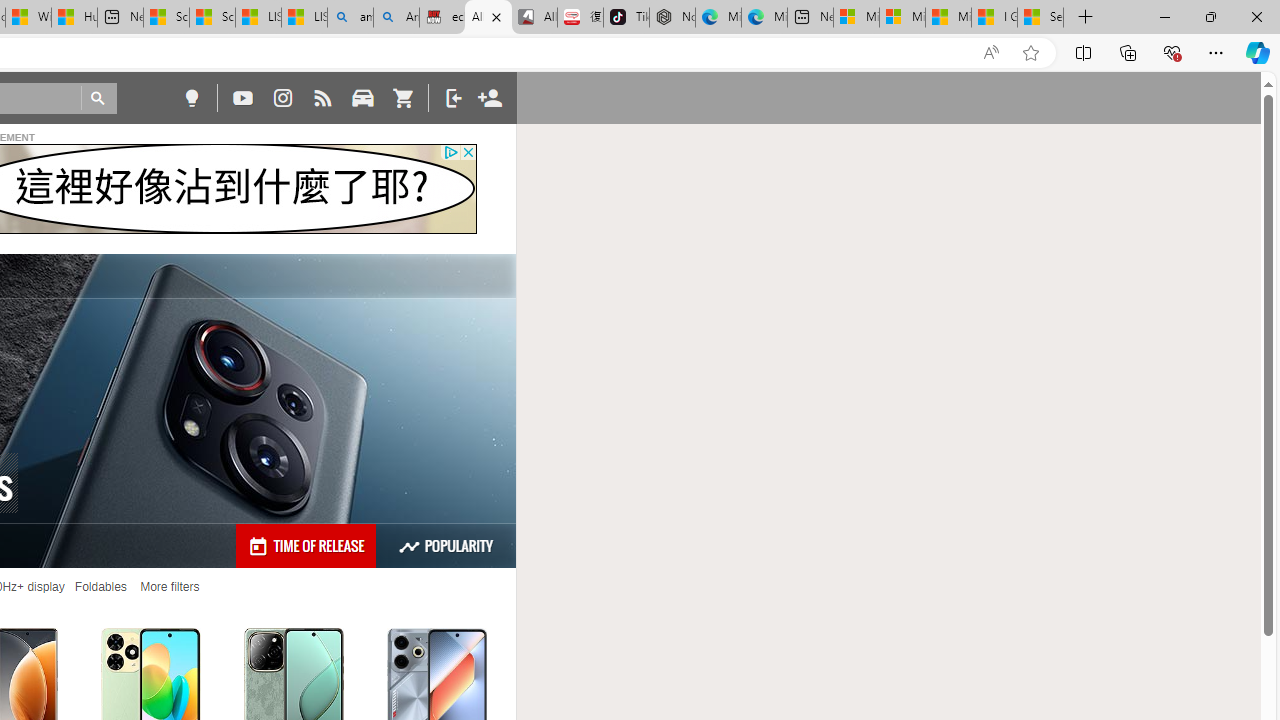 This screenshot has height=720, width=1280. I want to click on 'Collections', so click(1128, 51).